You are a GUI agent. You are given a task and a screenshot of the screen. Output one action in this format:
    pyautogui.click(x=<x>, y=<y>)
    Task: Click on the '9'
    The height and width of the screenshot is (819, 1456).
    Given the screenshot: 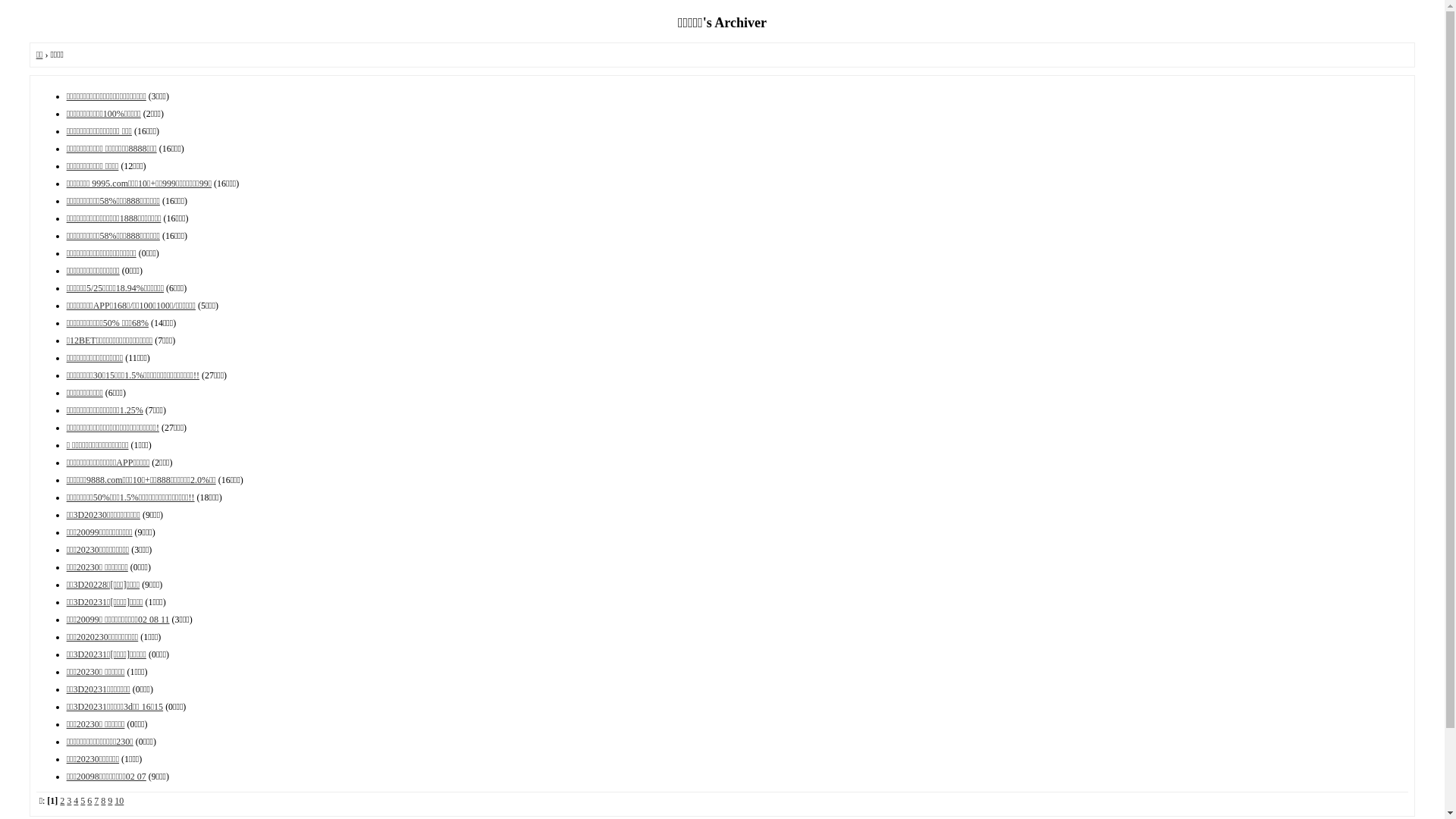 What is the action you would take?
    pyautogui.click(x=108, y=800)
    